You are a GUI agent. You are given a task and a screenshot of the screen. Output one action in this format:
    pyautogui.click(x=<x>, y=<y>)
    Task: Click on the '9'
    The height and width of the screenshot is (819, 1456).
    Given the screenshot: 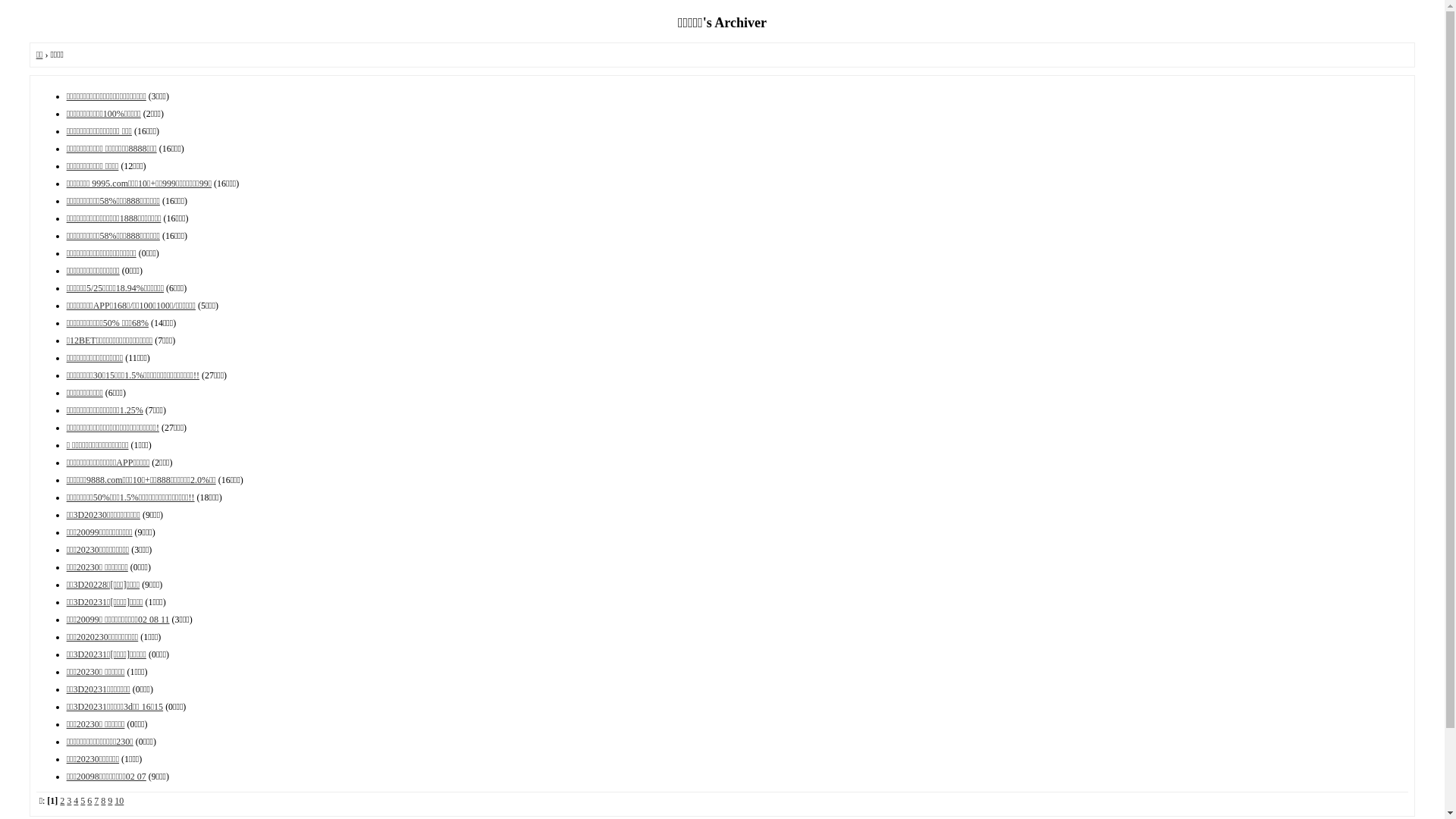 What is the action you would take?
    pyautogui.click(x=108, y=800)
    